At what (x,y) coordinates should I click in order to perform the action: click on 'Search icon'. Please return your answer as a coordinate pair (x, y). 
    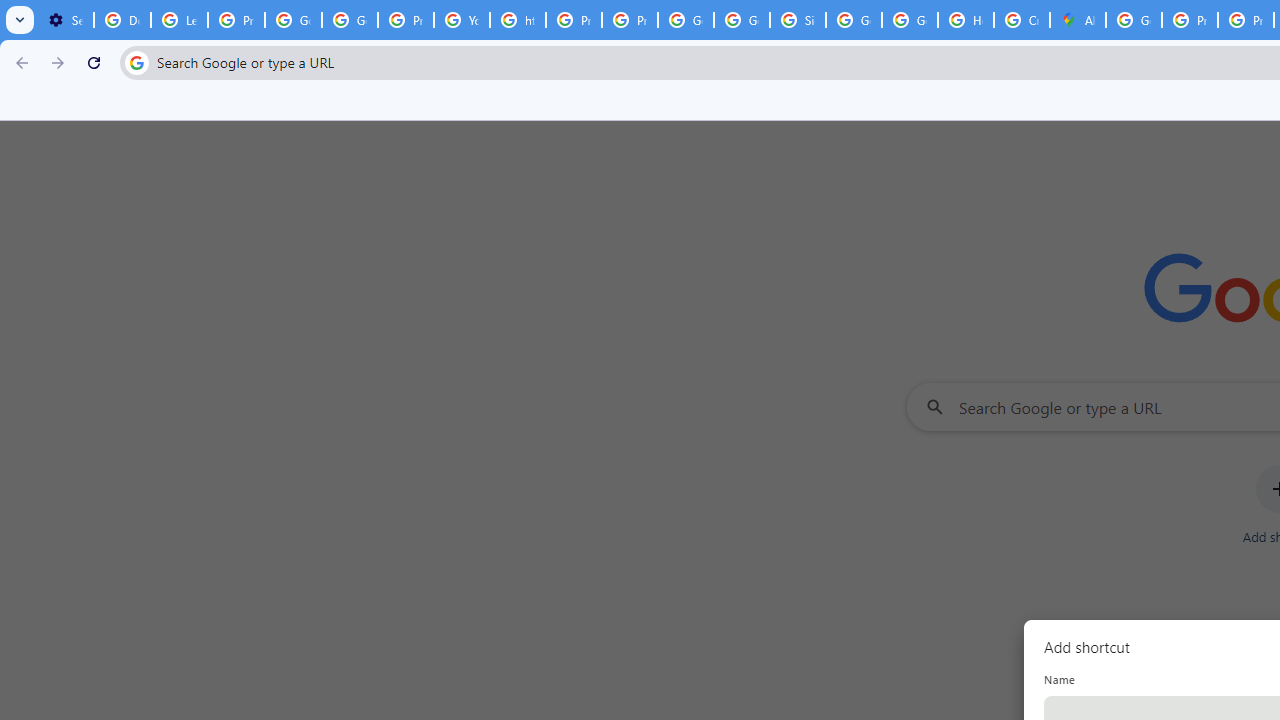
    Looking at the image, I should click on (135, 61).